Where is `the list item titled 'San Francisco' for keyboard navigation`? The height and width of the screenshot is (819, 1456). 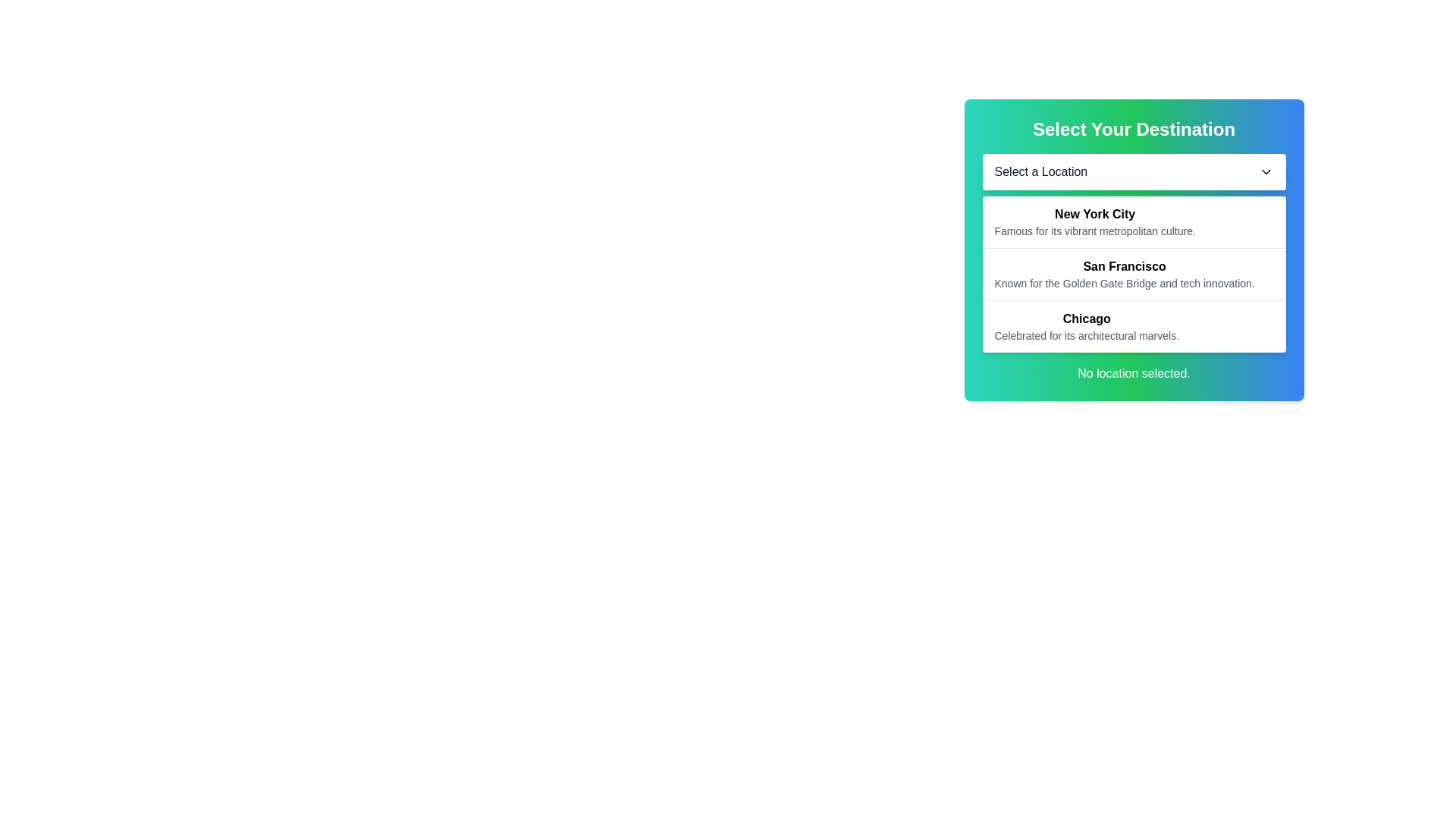
the list item titled 'San Francisco' for keyboard navigation is located at coordinates (1134, 274).